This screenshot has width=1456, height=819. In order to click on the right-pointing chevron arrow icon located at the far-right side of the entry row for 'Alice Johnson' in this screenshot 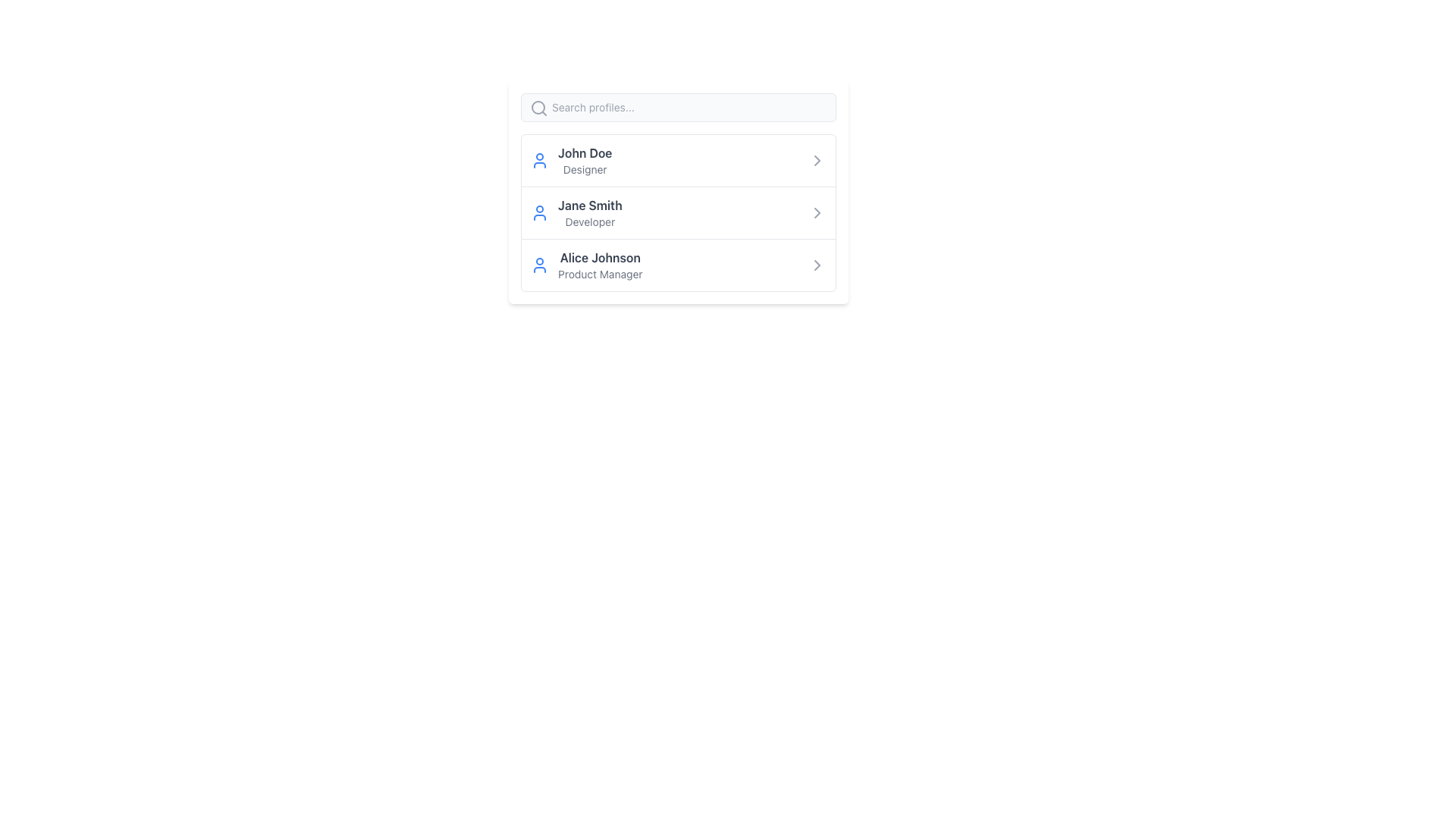, I will do `click(817, 265)`.